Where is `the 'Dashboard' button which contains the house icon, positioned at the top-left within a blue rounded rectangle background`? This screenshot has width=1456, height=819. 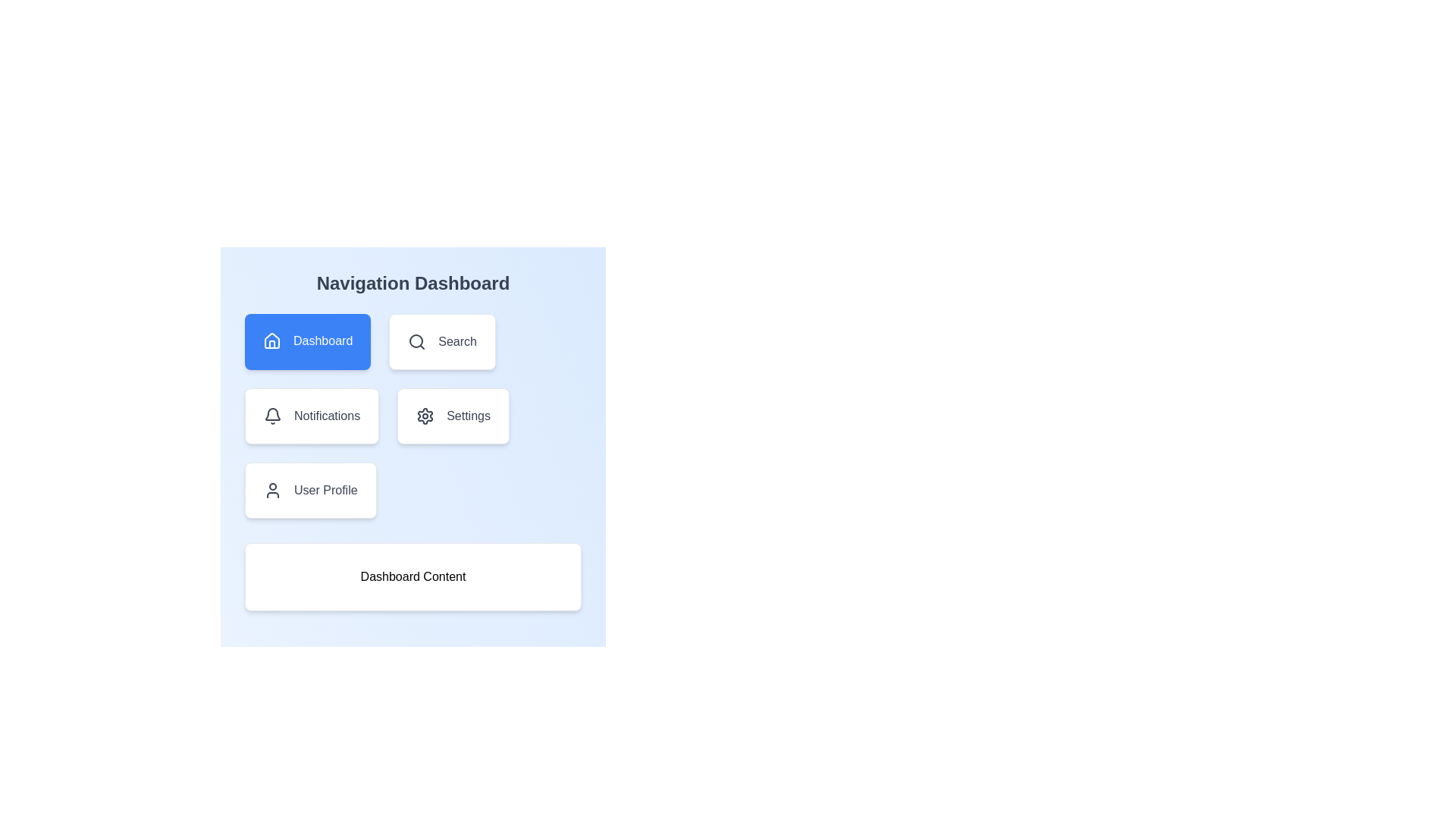
the 'Dashboard' button which contains the house icon, positioned at the top-left within a blue rounded rectangle background is located at coordinates (272, 339).